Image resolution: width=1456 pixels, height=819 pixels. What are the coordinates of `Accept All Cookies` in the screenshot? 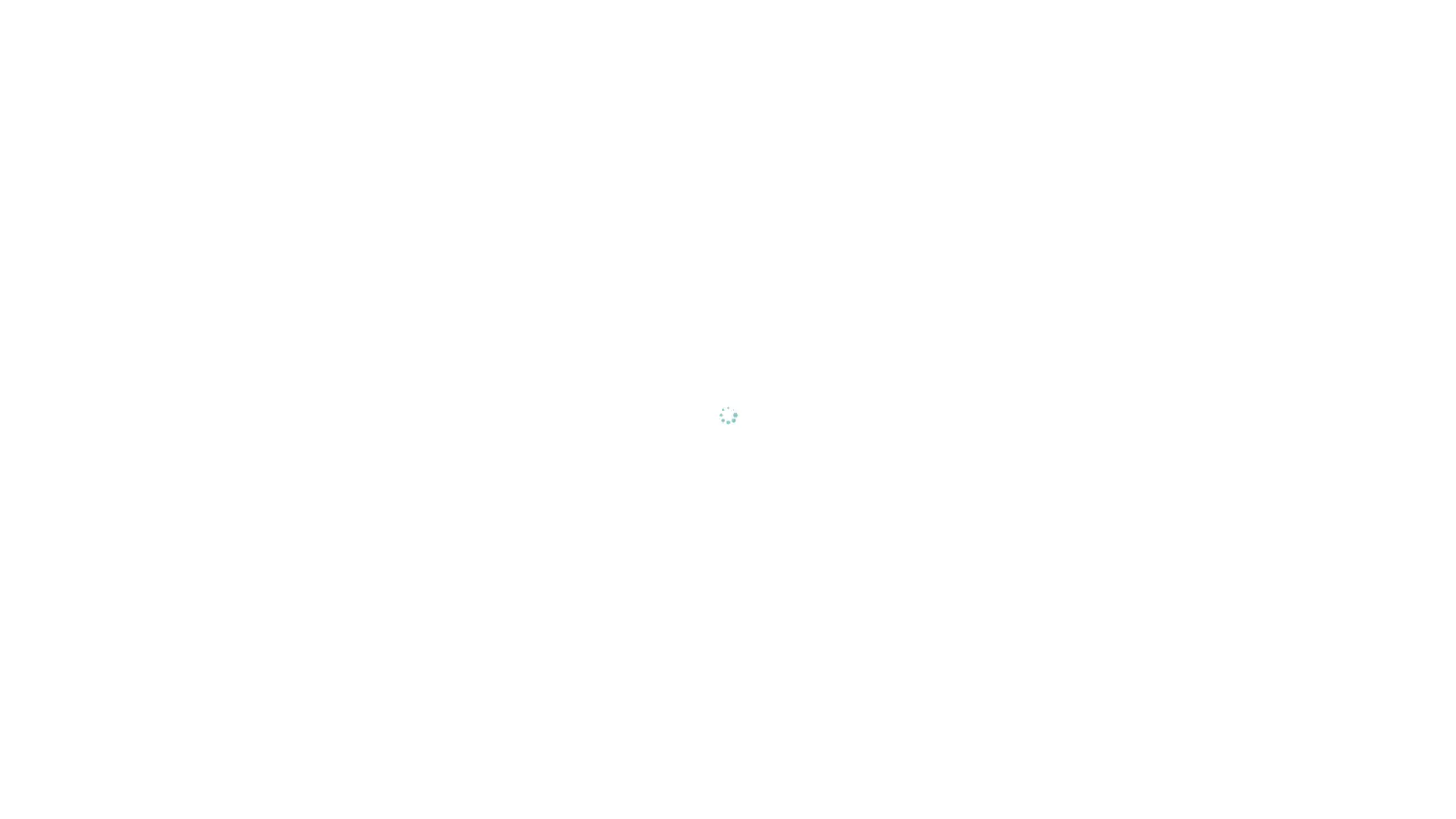 It's located at (905, 171).